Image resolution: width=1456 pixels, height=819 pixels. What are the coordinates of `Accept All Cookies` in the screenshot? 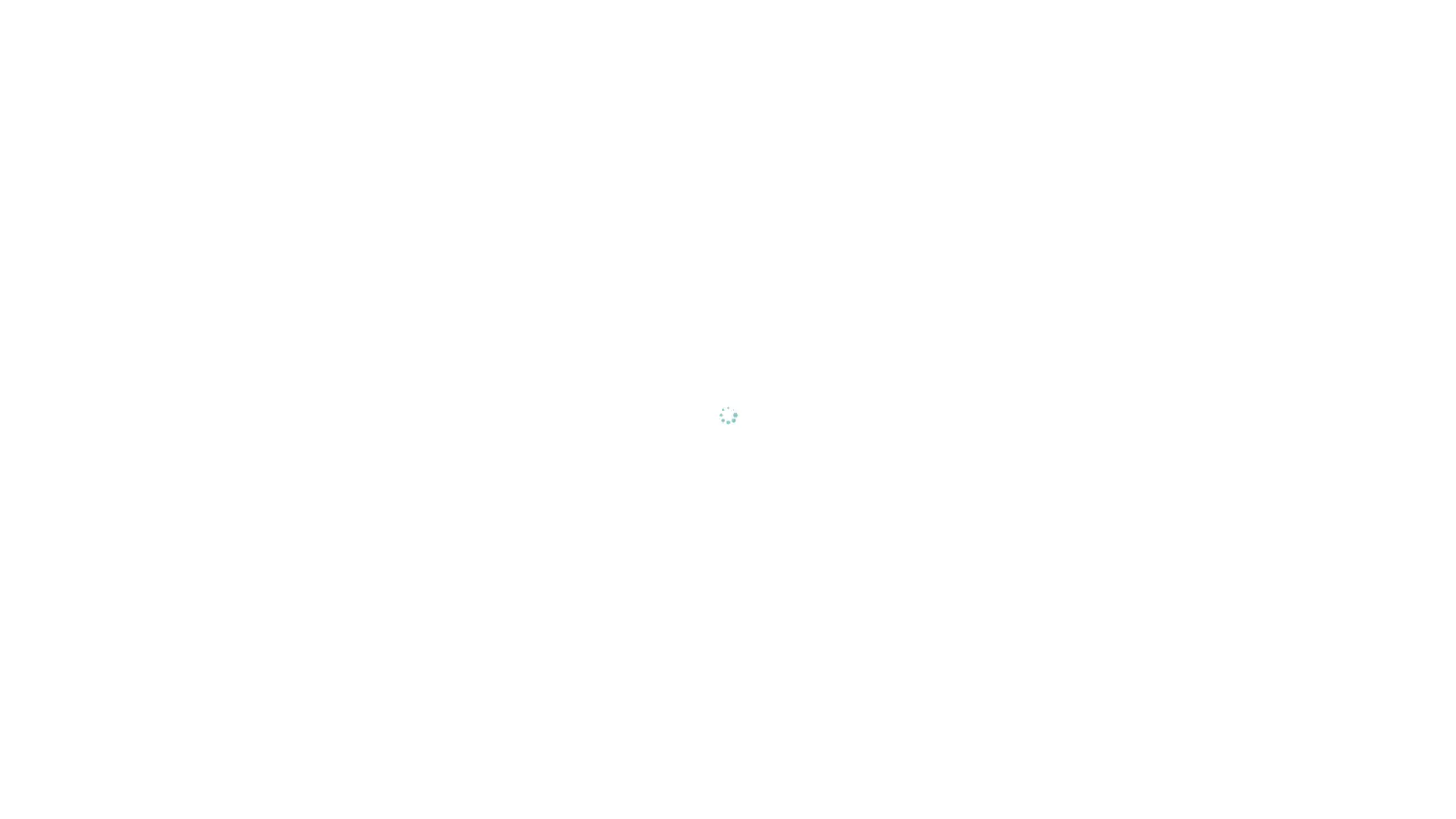 It's located at (905, 171).